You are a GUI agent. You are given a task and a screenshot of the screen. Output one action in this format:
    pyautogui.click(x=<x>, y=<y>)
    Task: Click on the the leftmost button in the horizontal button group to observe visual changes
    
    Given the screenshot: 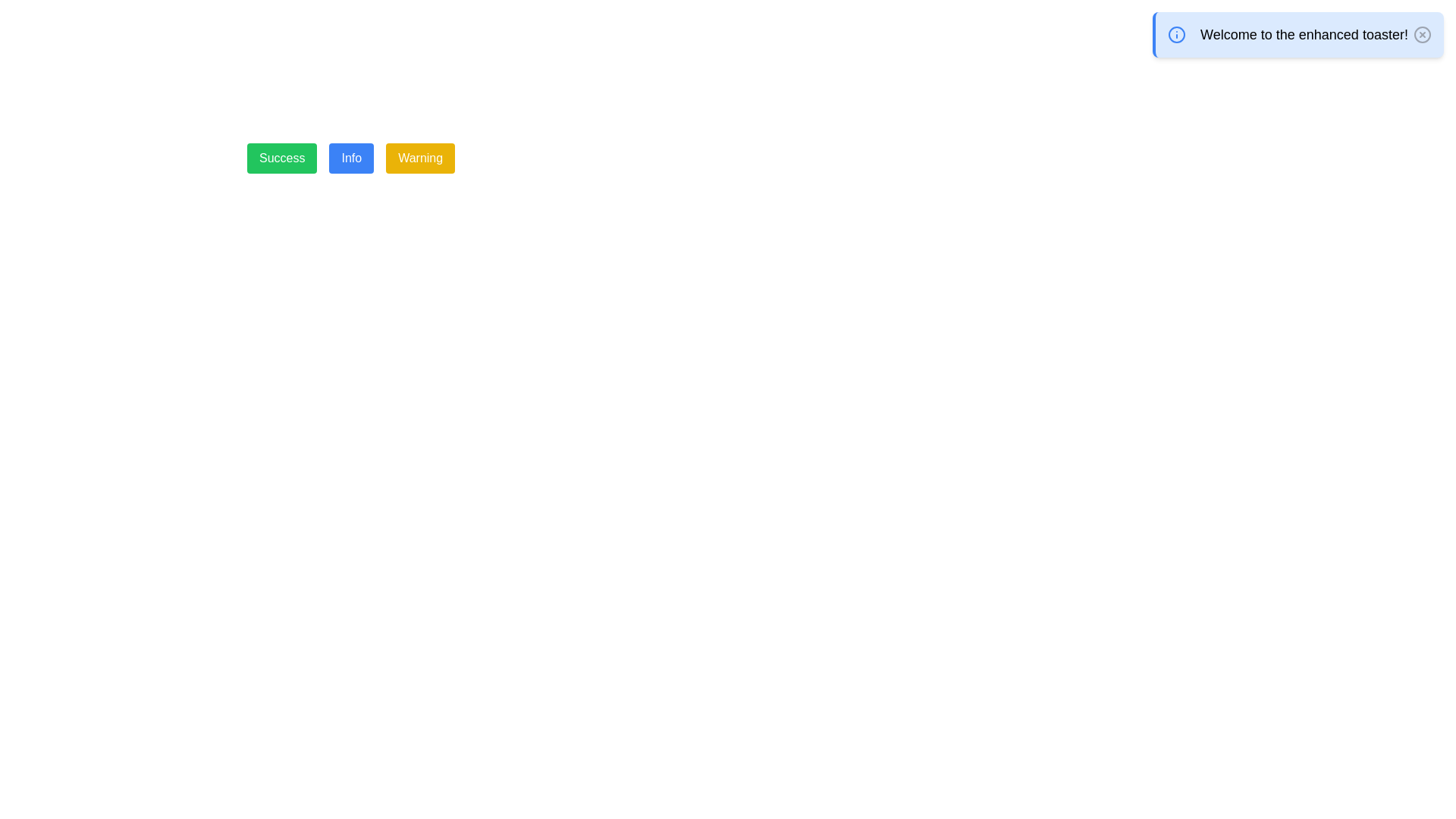 What is the action you would take?
    pyautogui.click(x=282, y=158)
    